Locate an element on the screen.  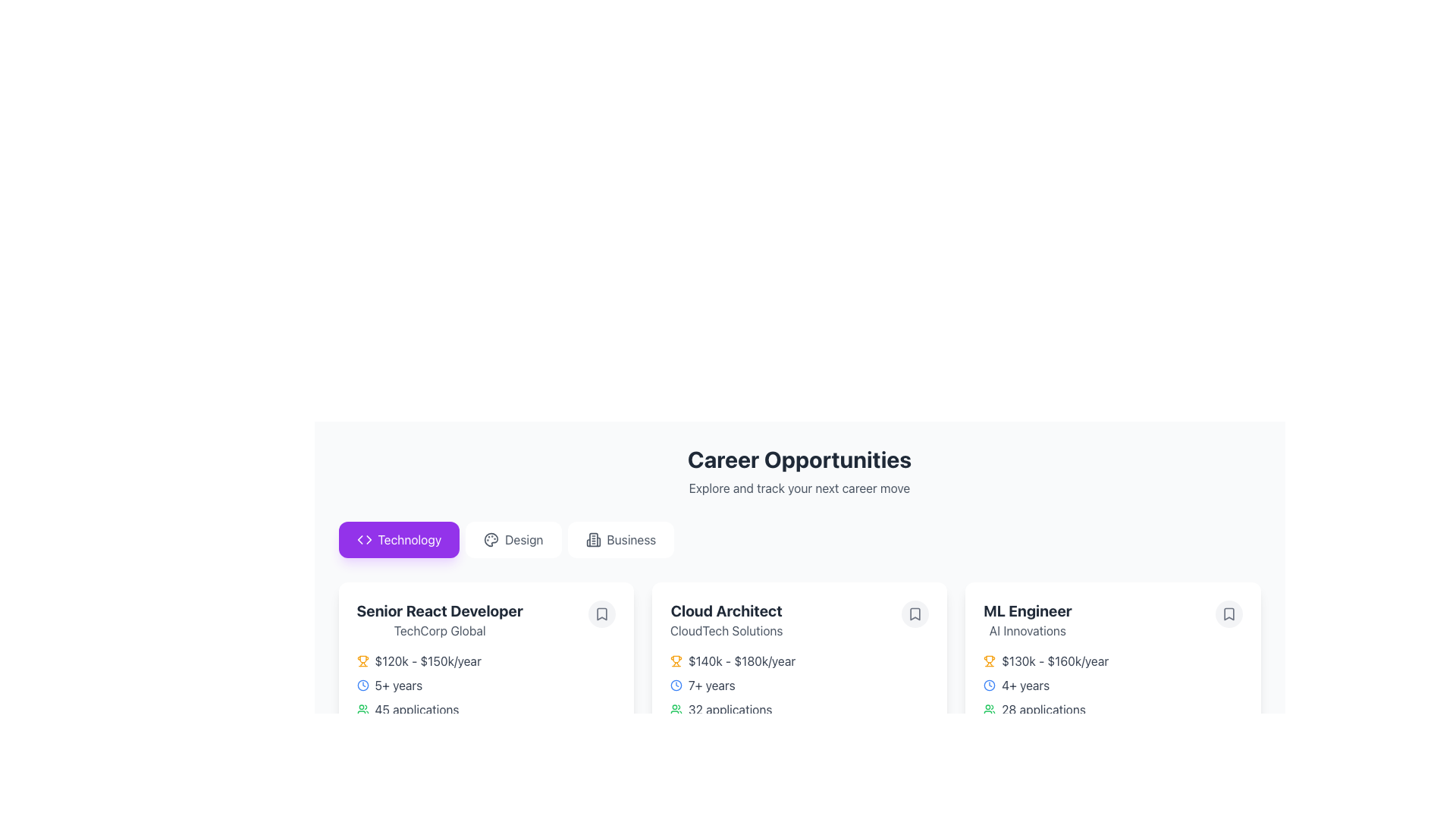
the 'Design' option in the horizontally arranged selection menu, which is the second element following 'Technology' is located at coordinates (524, 539).